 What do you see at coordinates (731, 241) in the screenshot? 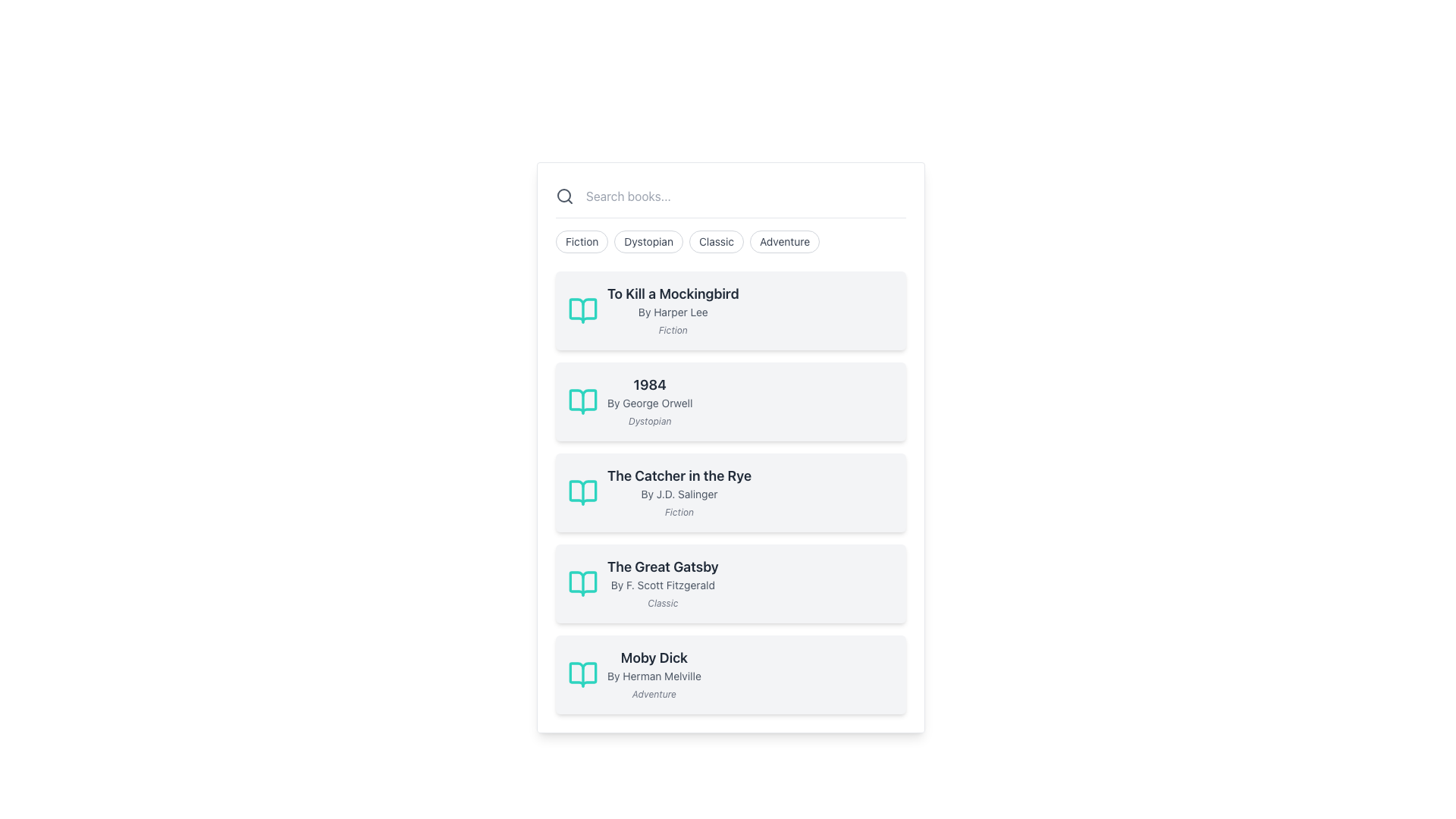
I see `the Interactive category filter tags located beneath the search bar` at bounding box center [731, 241].